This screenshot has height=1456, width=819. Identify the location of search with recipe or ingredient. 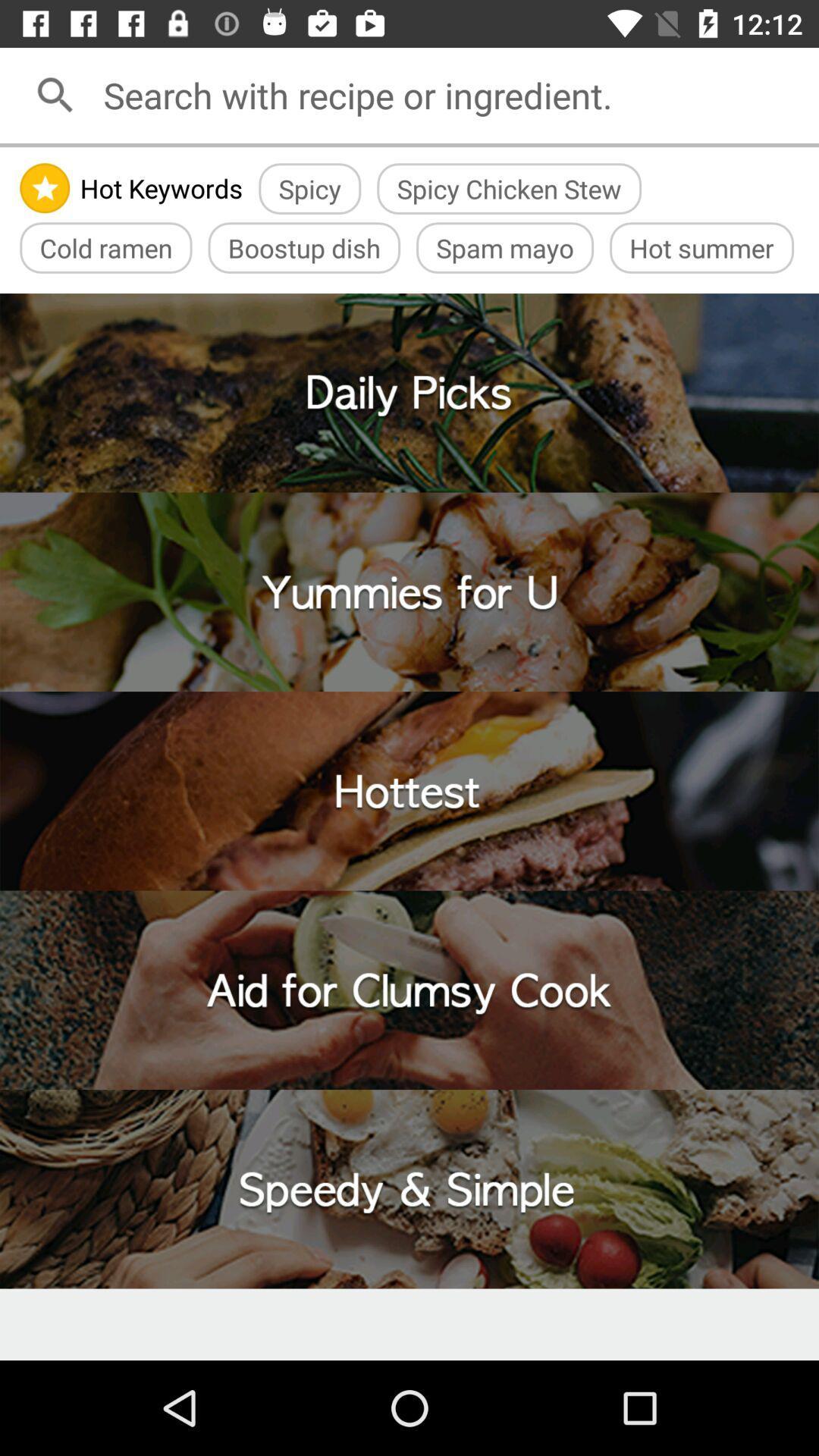
(455, 94).